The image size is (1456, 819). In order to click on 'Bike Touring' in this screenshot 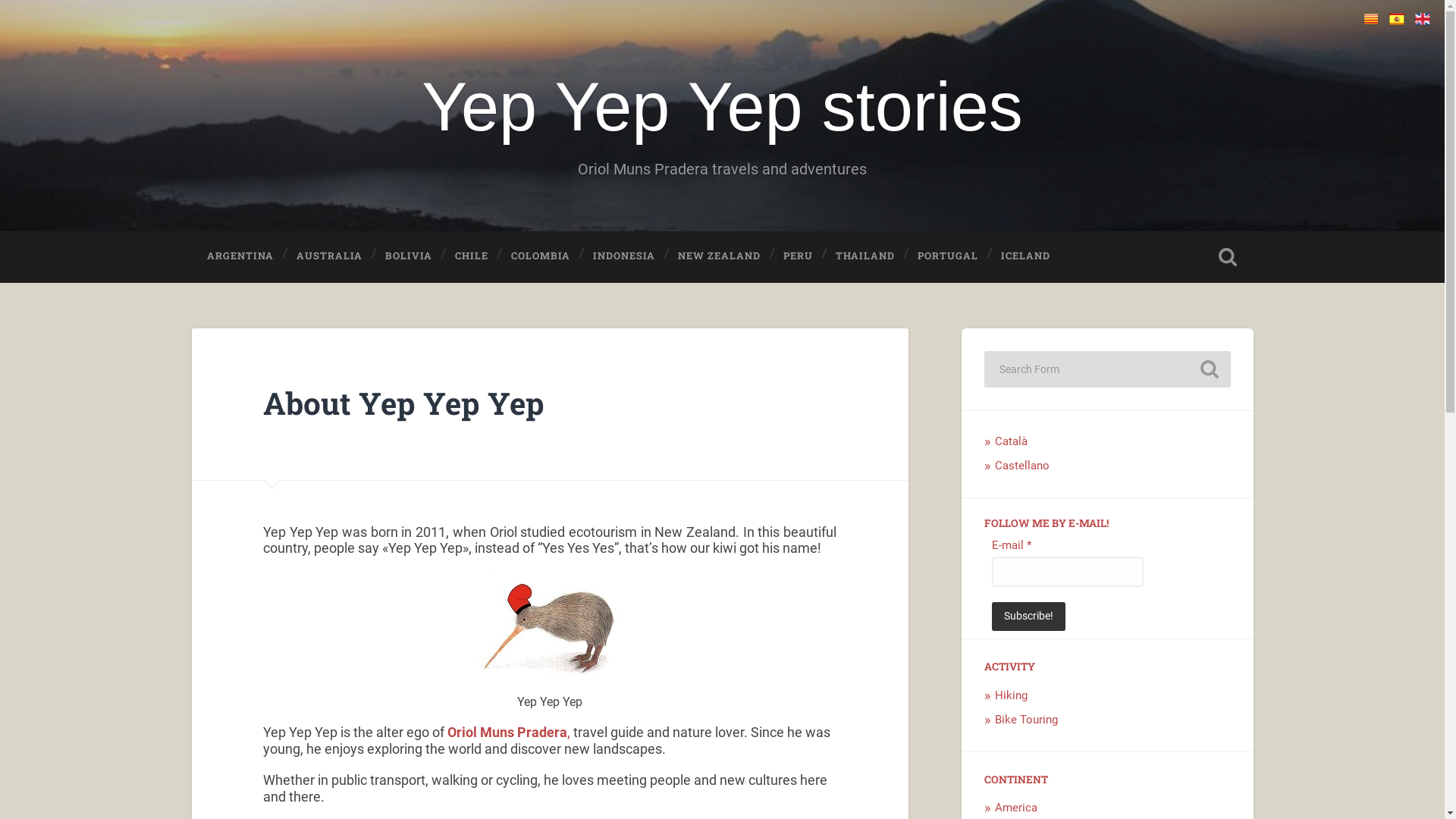, I will do `click(1026, 718)`.